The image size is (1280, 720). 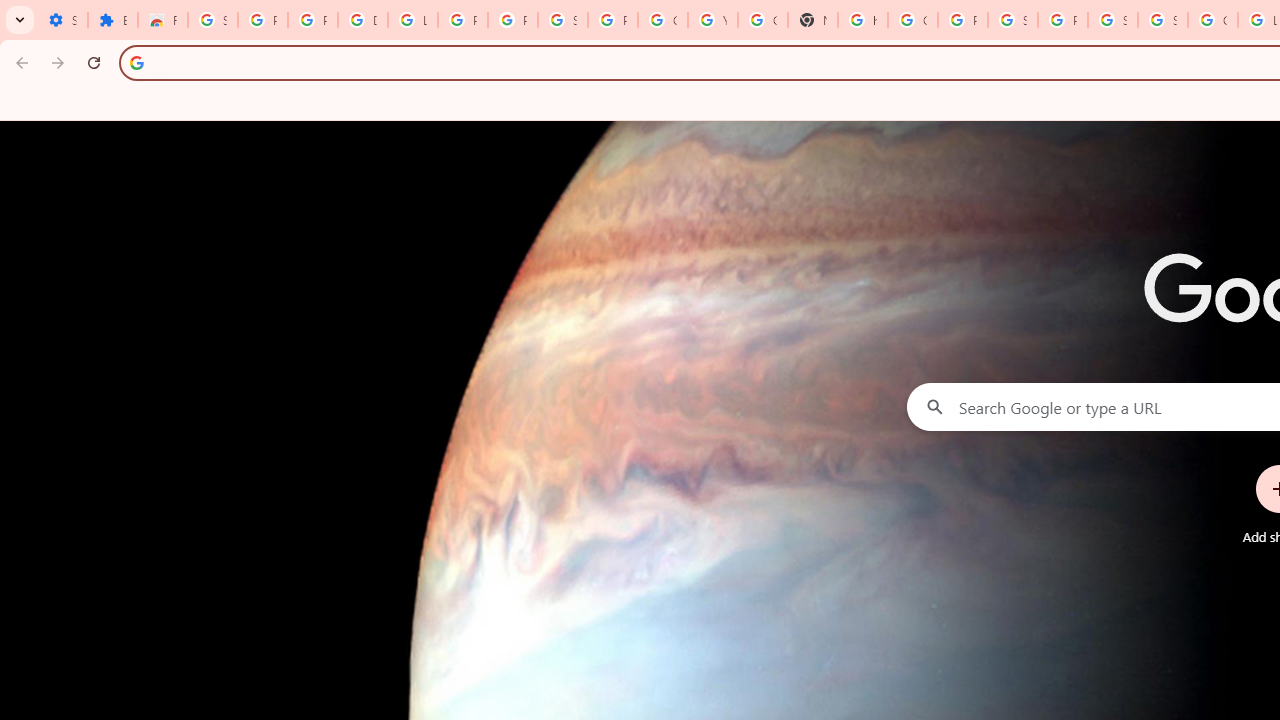 I want to click on 'Learn how to find your photos - Google Photos Help', so click(x=411, y=20).